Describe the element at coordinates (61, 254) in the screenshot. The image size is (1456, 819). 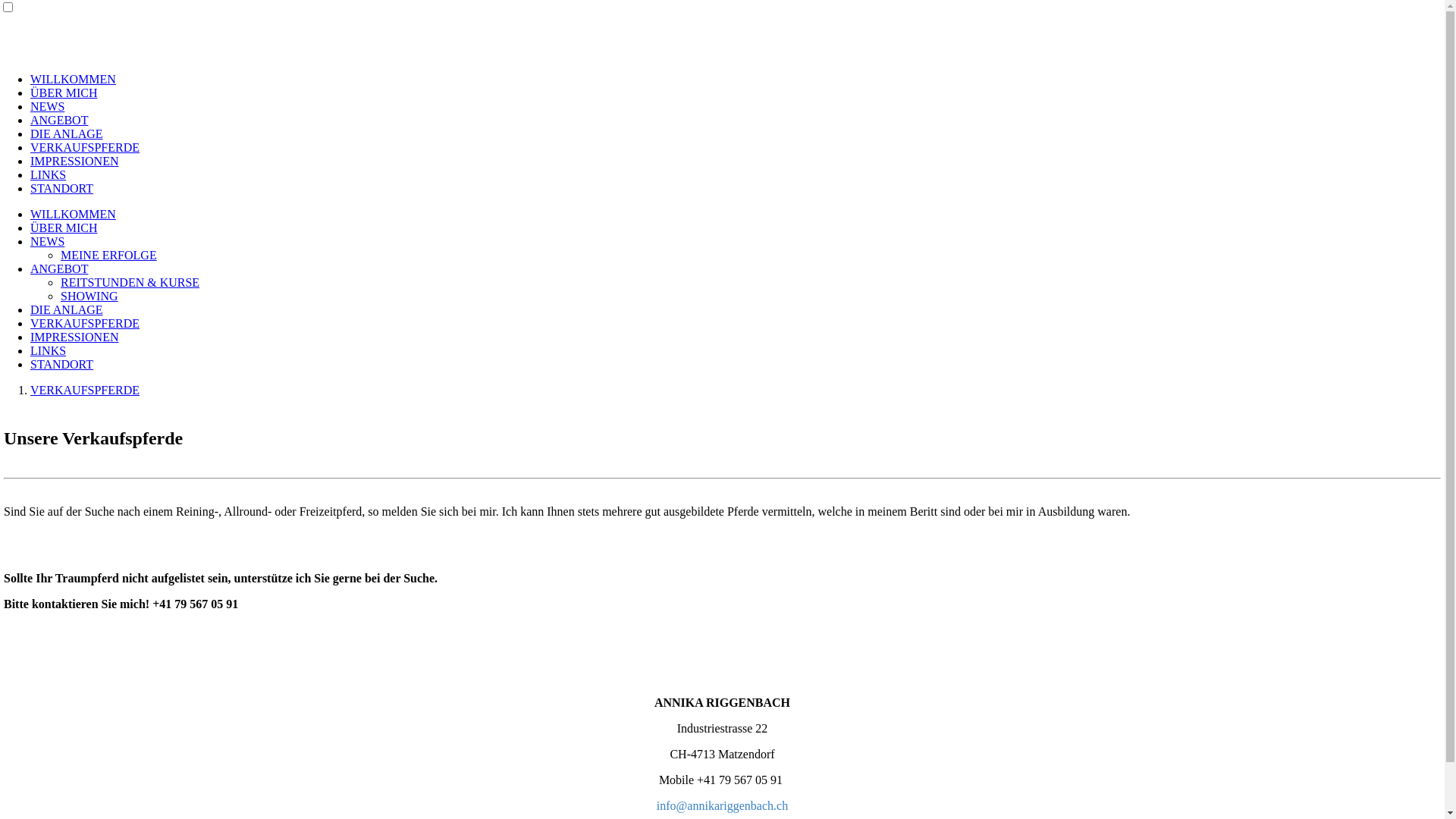
I see `'MEINE ERFOLGE'` at that location.